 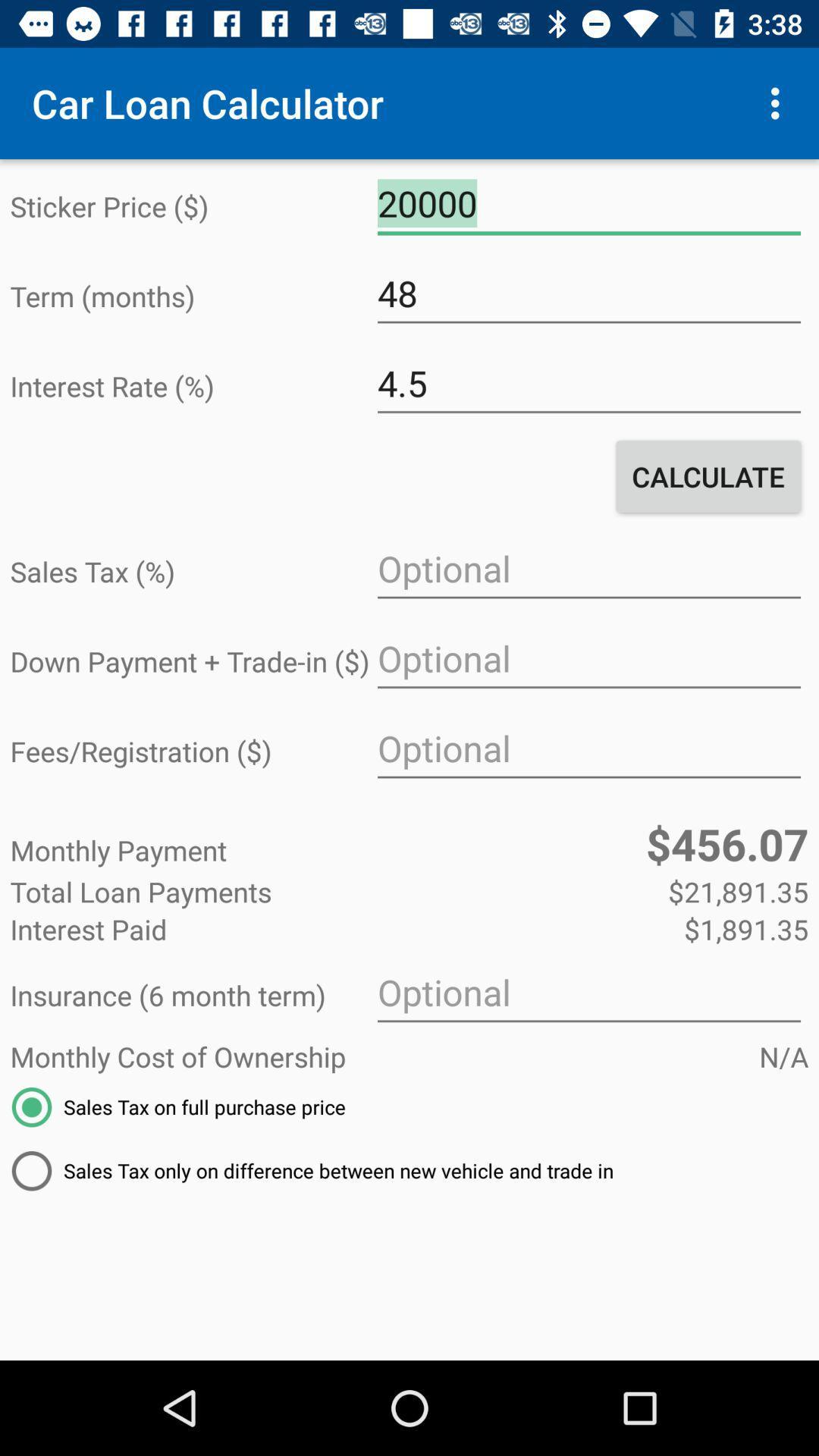 What do you see at coordinates (588, 748) in the screenshot?
I see `fees/registration` at bounding box center [588, 748].